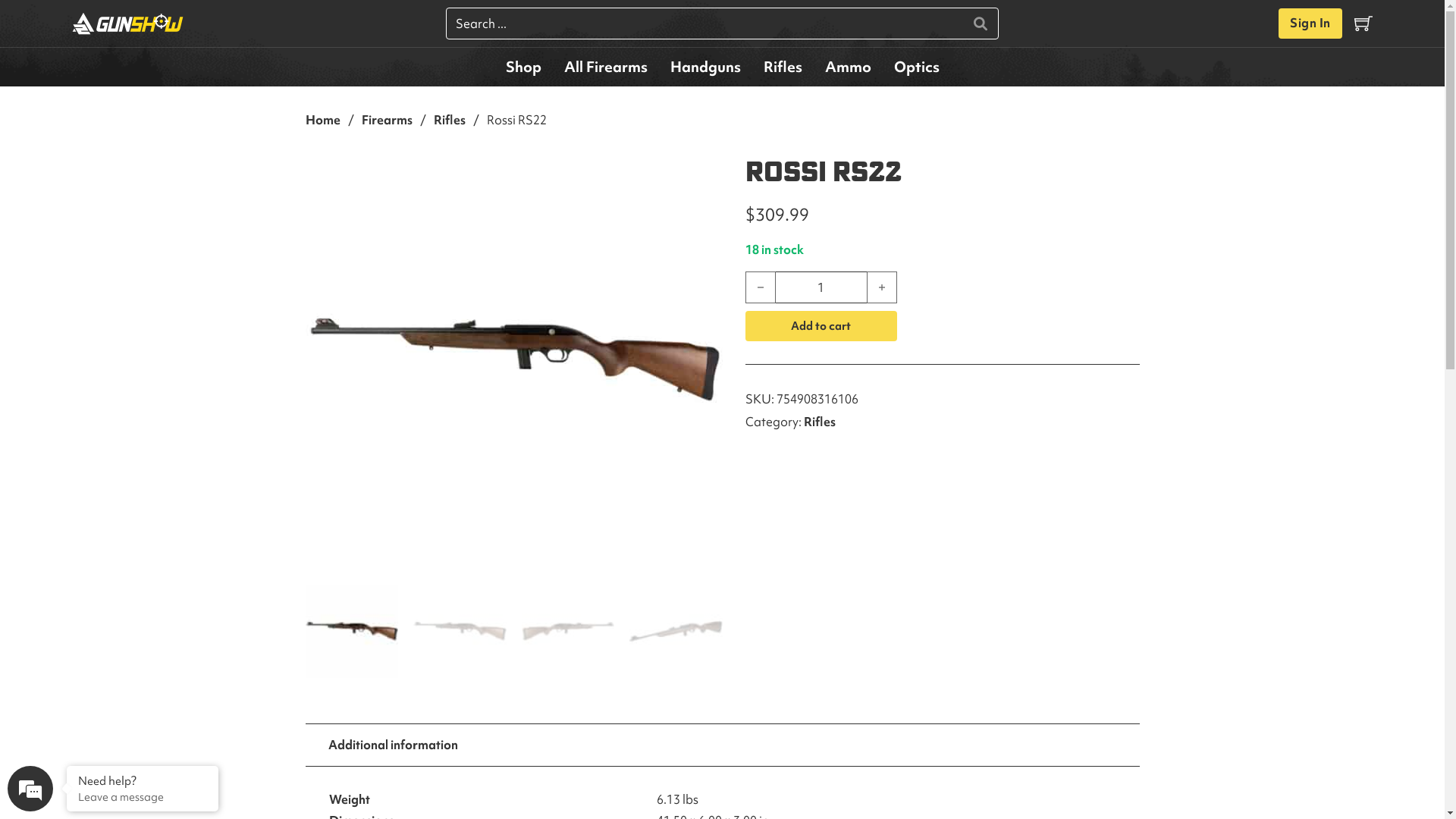 The width and height of the screenshot is (1456, 819). What do you see at coordinates (523, 66) in the screenshot?
I see `'Shop'` at bounding box center [523, 66].